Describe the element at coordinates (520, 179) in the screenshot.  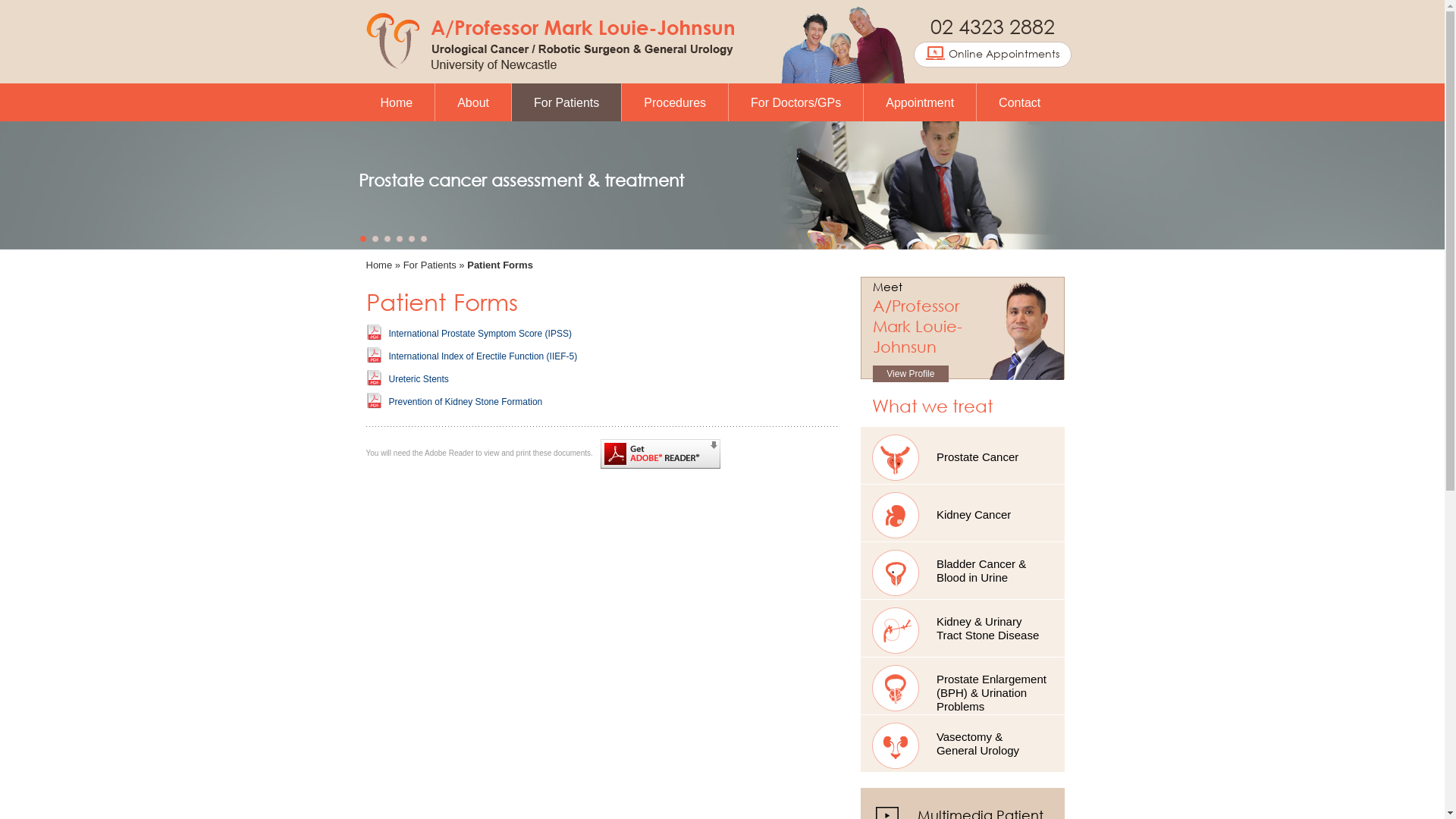
I see `'Prostate cancer assessment & treatment'` at that location.